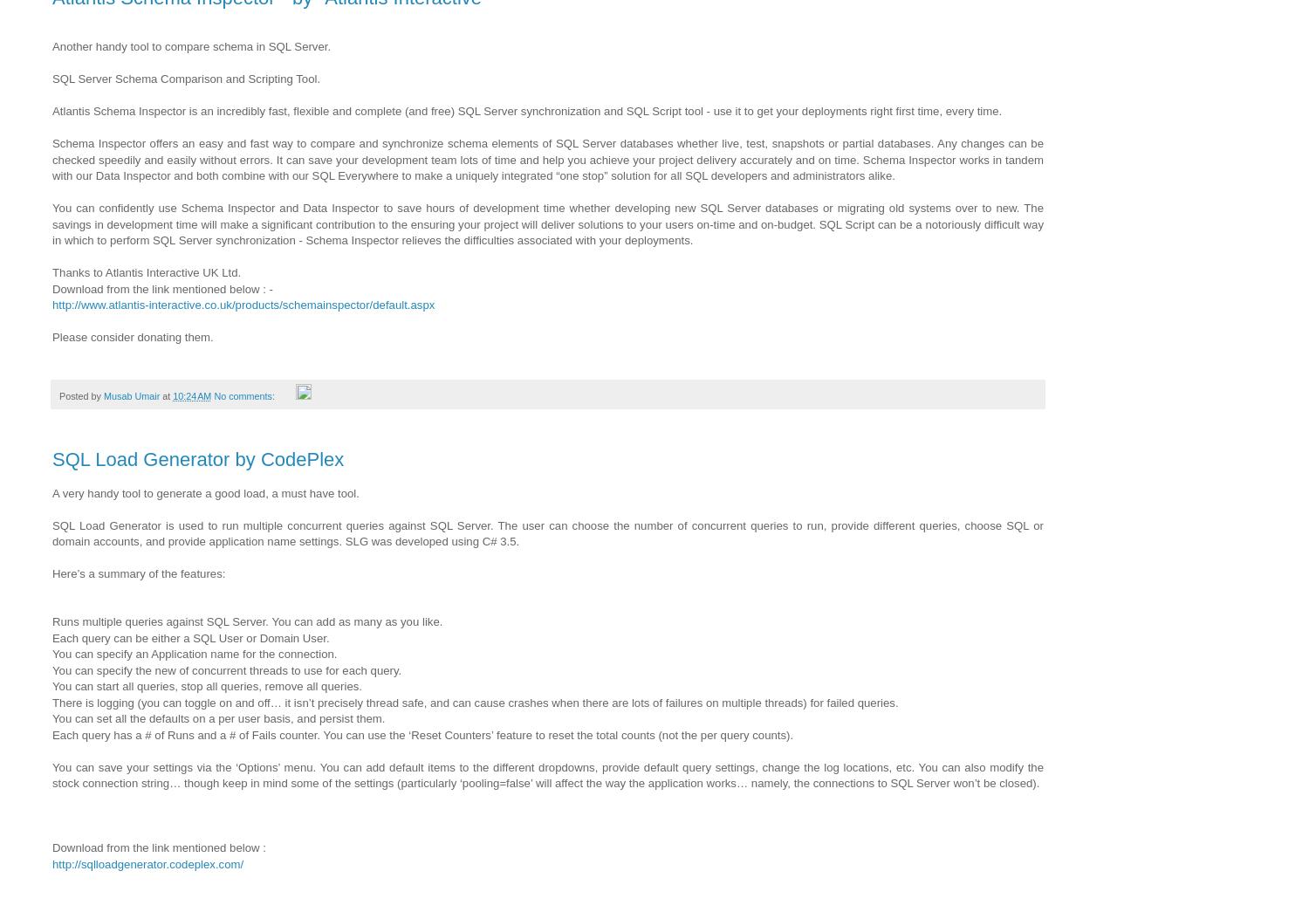  Describe the element at coordinates (161, 847) in the screenshot. I see `'Download from the link mentioned below :'` at that location.